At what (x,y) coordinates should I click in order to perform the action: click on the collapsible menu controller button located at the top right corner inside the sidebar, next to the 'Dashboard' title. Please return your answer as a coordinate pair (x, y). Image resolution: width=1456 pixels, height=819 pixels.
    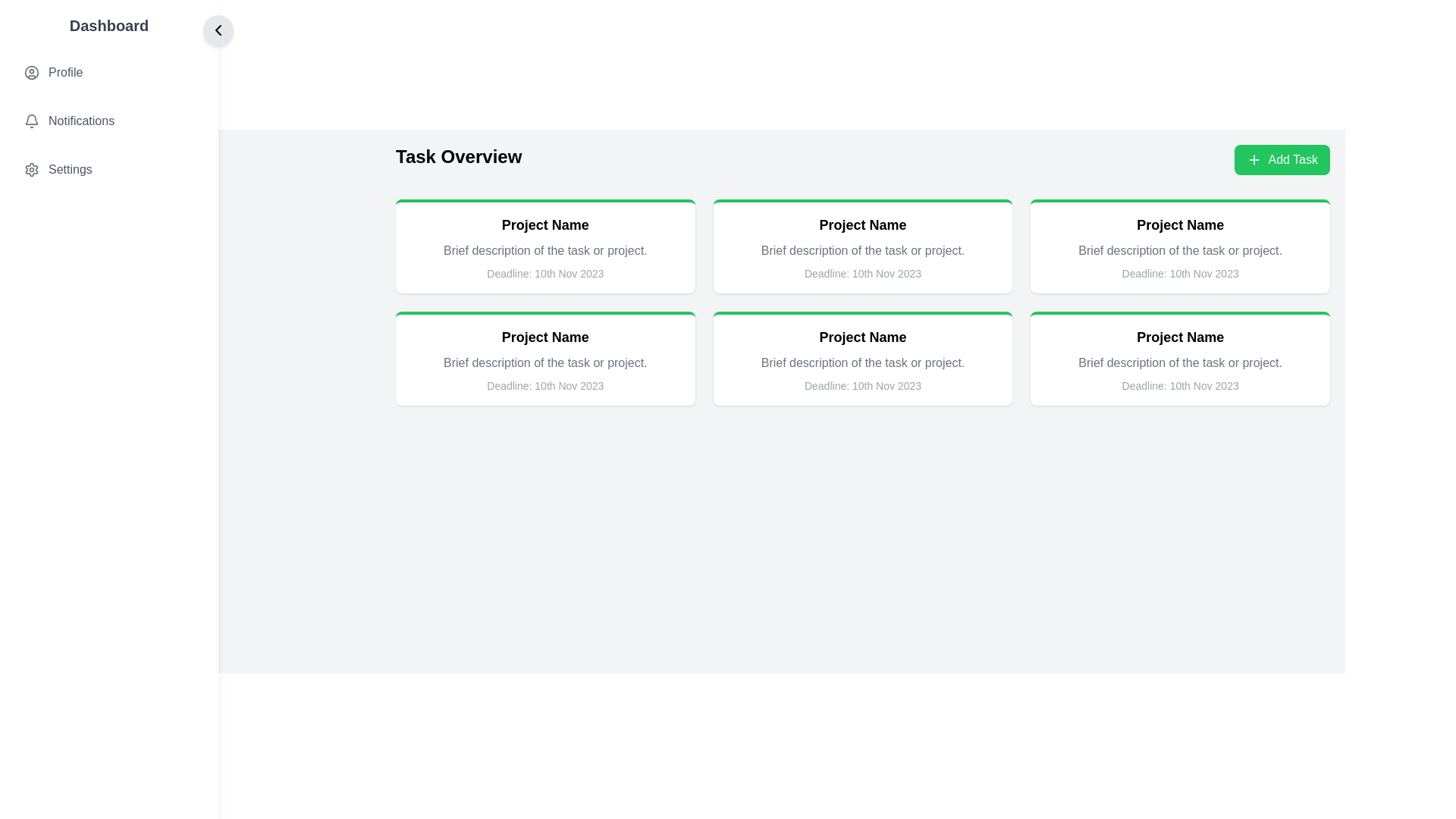
    Looking at the image, I should click on (218, 30).